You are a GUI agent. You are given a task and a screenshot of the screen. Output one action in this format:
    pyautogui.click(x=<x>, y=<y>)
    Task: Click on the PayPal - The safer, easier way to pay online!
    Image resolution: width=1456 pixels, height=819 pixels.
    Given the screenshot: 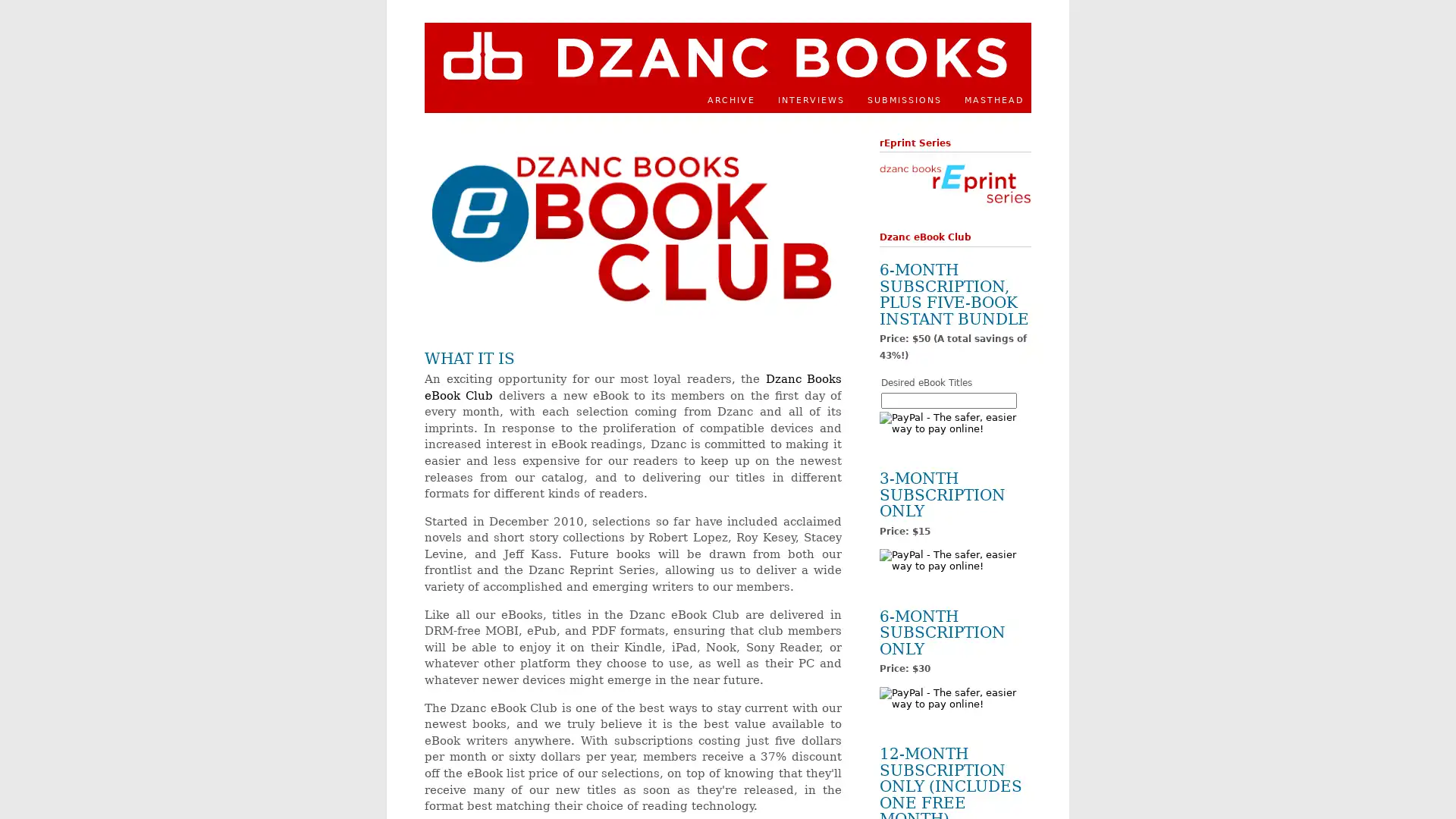 What is the action you would take?
    pyautogui.click(x=954, y=422)
    